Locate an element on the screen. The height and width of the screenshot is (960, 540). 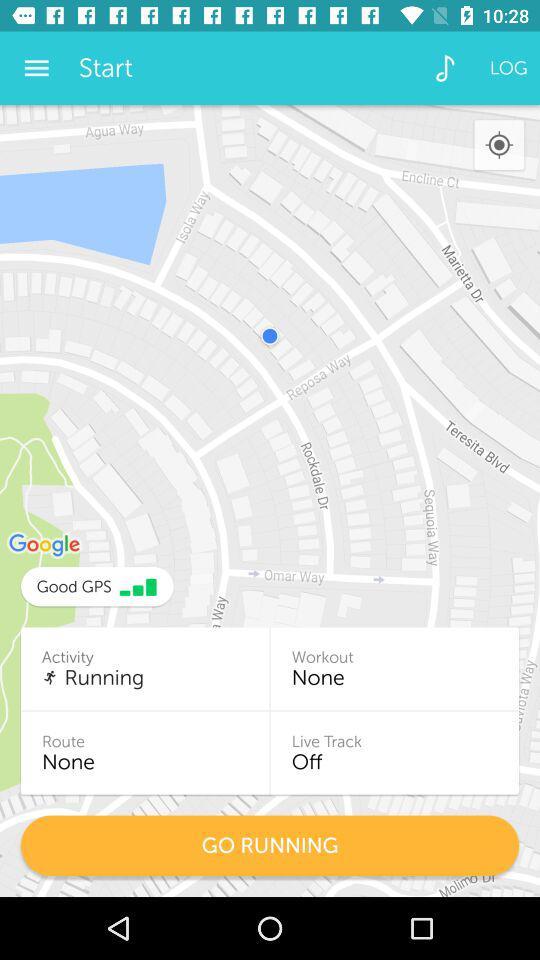
the location_crosshair icon is located at coordinates (498, 144).